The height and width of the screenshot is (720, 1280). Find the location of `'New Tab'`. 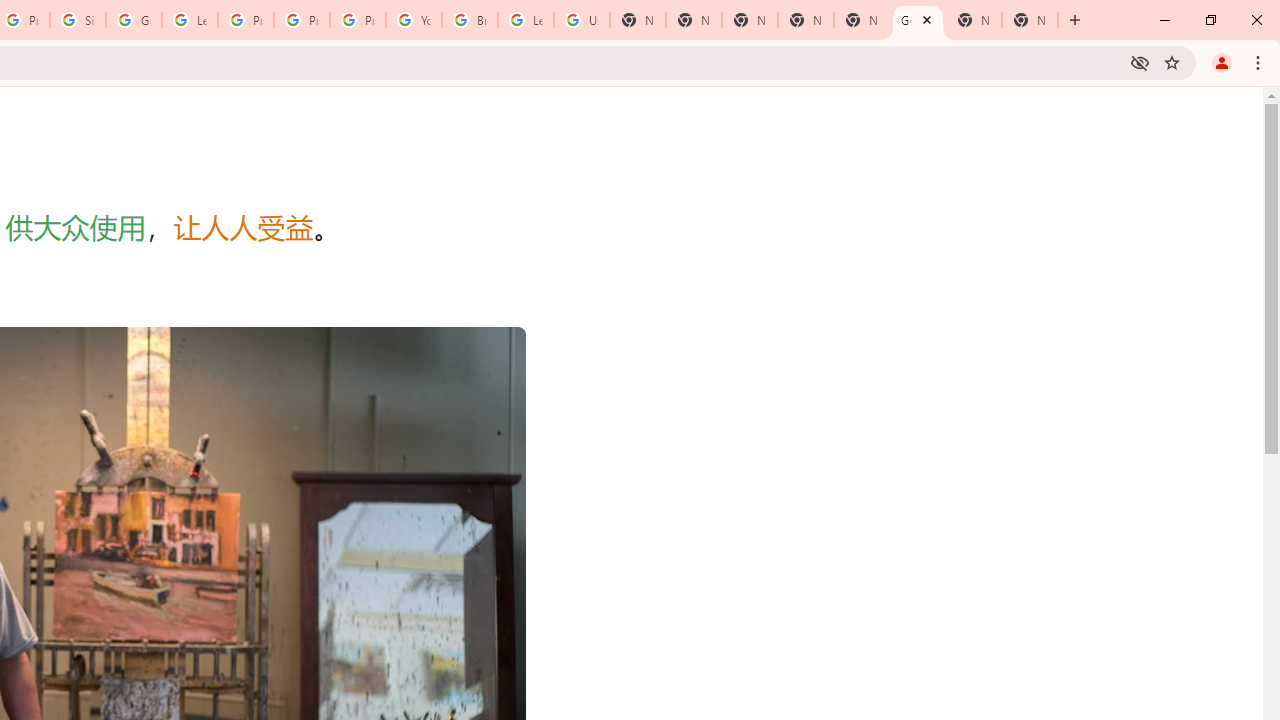

'New Tab' is located at coordinates (1030, 20).